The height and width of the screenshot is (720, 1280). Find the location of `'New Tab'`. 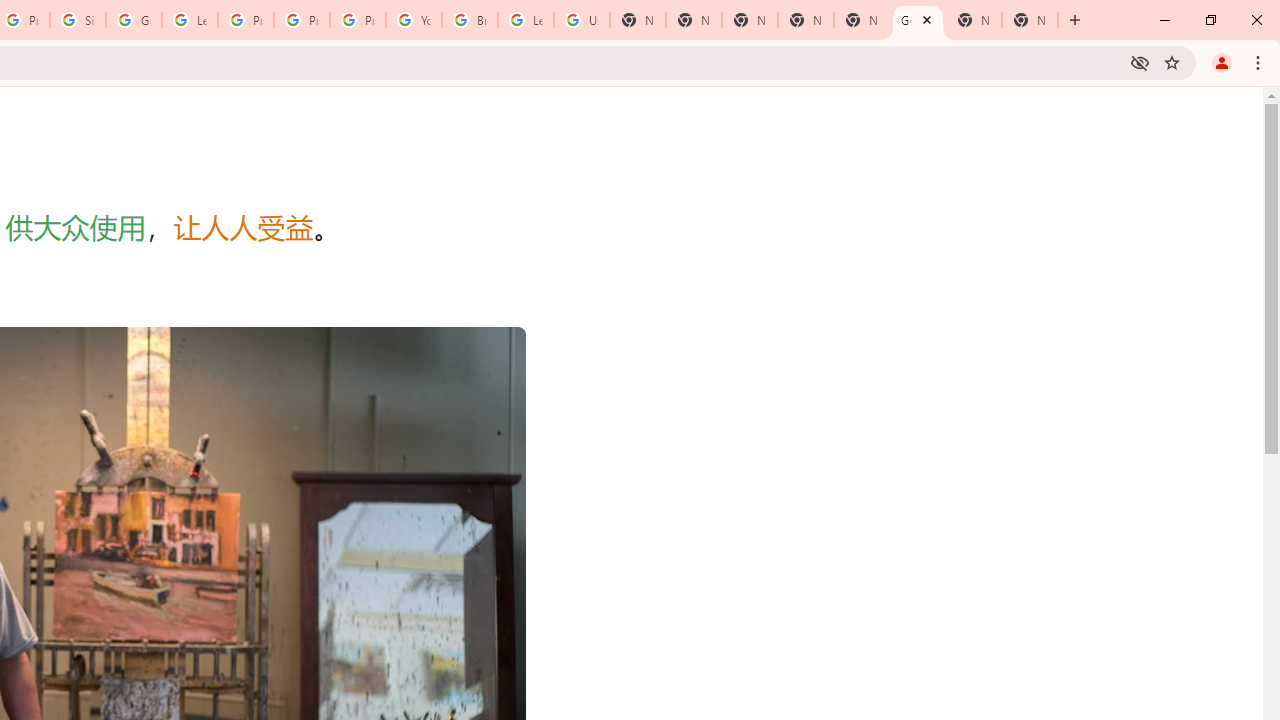

'New Tab' is located at coordinates (1030, 20).